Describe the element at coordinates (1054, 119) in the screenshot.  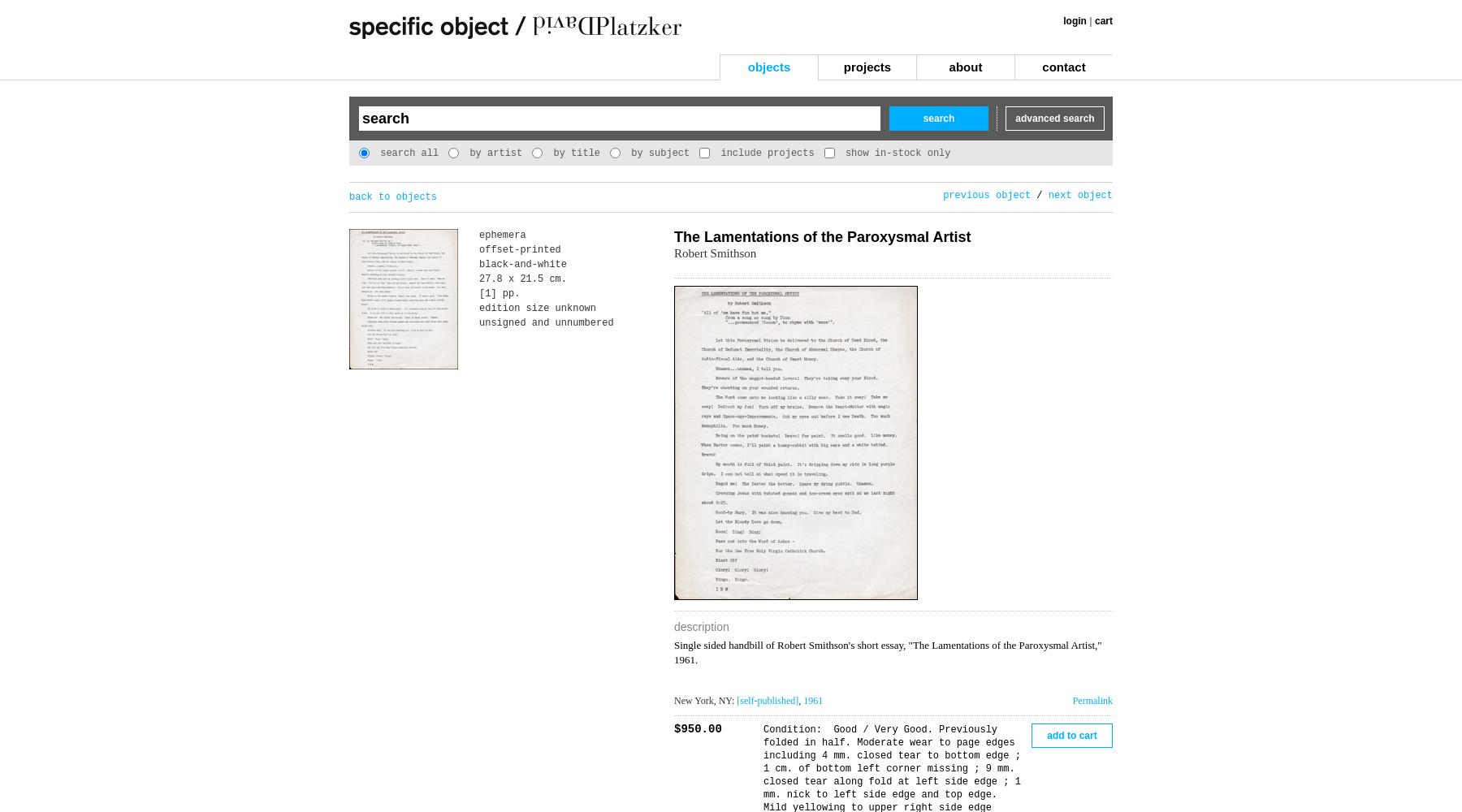
I see `'advanced search'` at that location.